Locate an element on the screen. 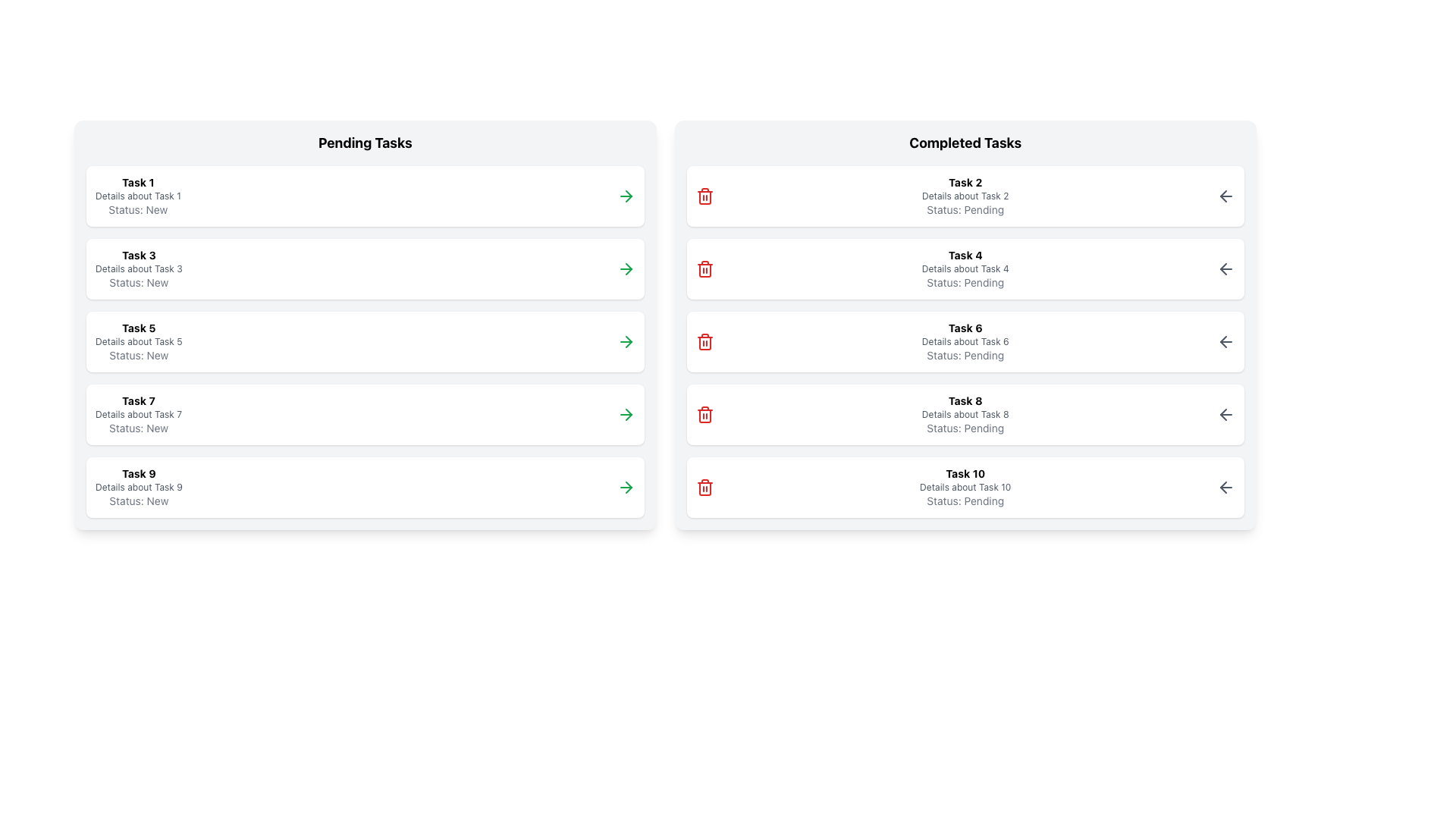  the Text Label that serves as a heading for the 'Pending Tasks' section, positioned at the top of the panel is located at coordinates (365, 143).